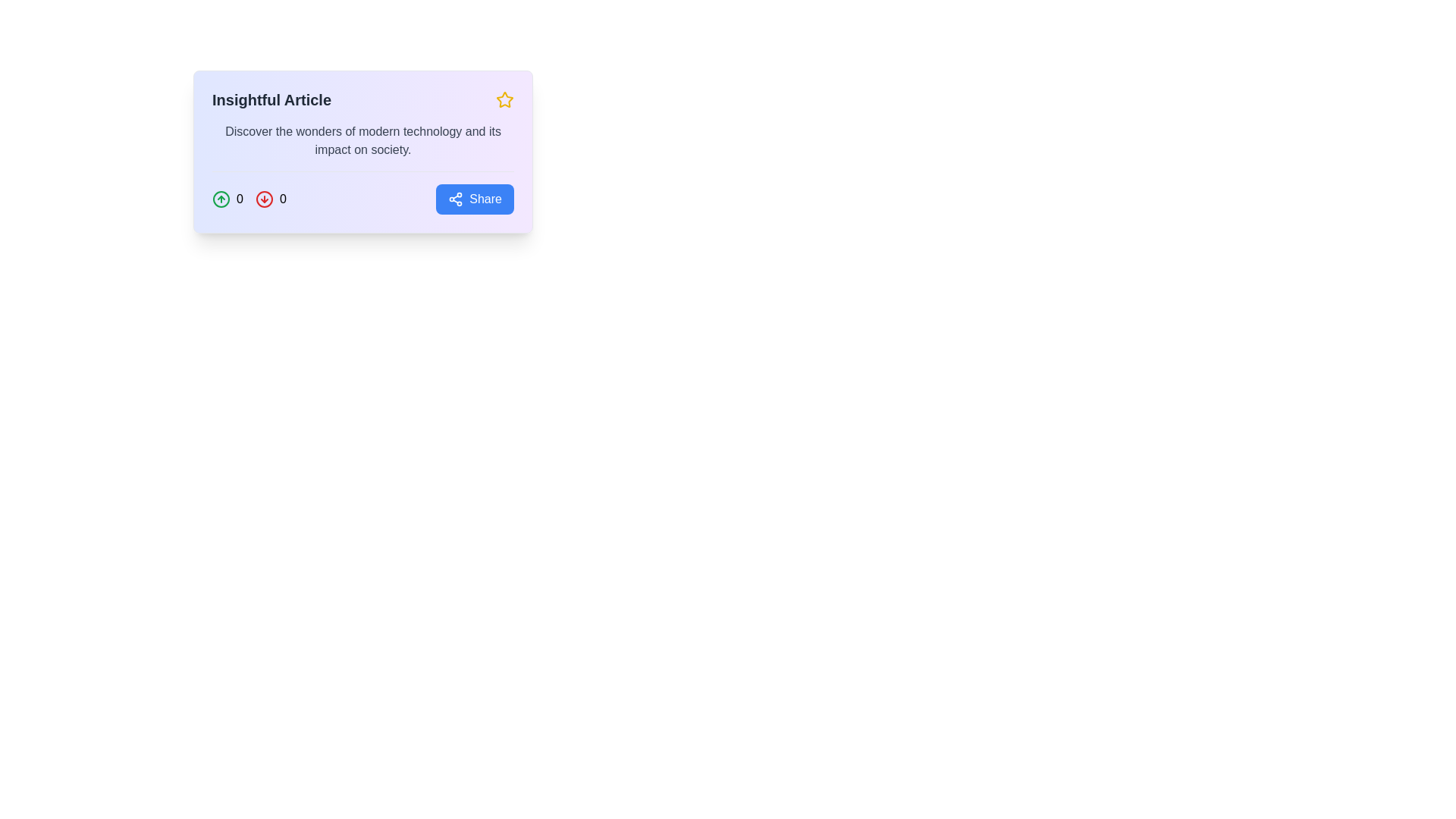 Image resolution: width=1456 pixels, height=819 pixels. I want to click on the sharing button located at the bottom right of the interface, positioned among other interactive components, so click(473, 198).